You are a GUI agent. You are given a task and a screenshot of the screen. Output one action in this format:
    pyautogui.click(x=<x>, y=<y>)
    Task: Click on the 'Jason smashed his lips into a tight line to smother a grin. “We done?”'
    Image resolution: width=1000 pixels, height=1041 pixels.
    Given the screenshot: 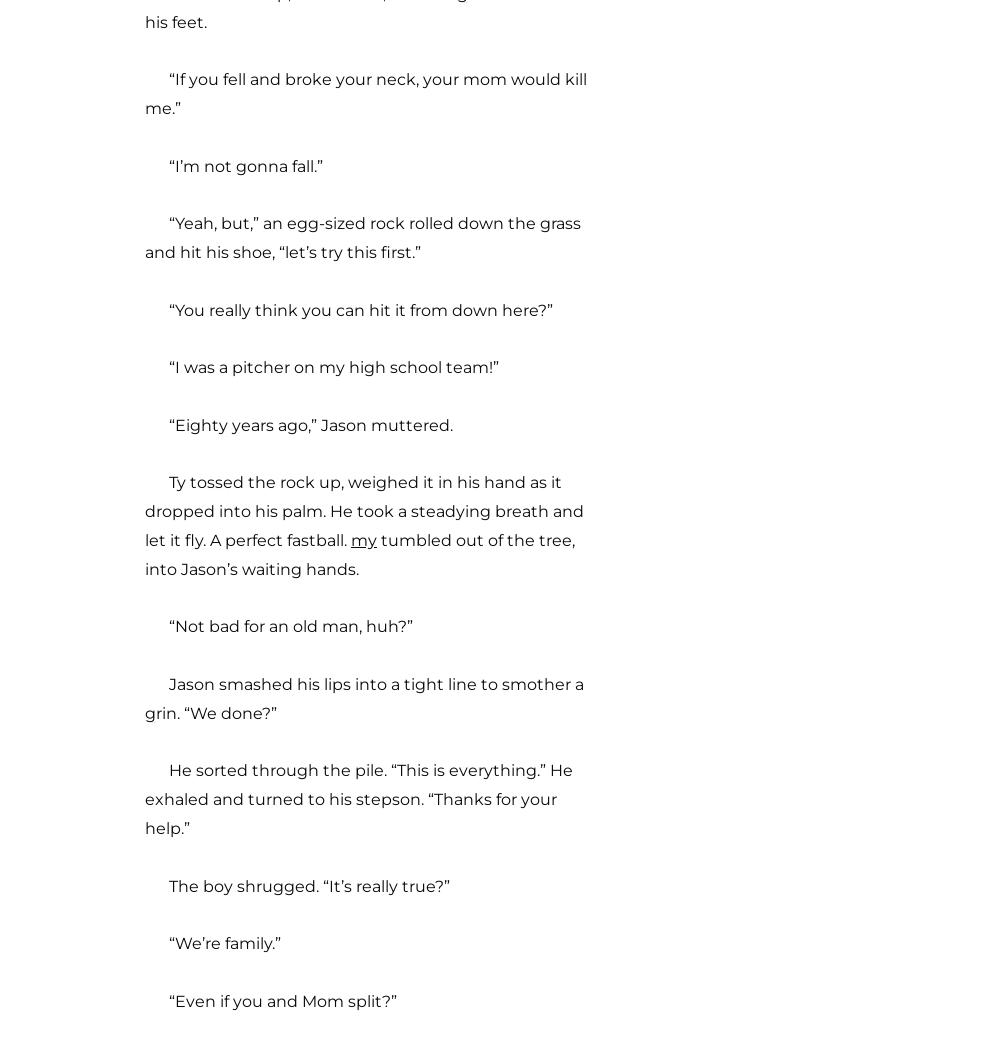 What is the action you would take?
    pyautogui.click(x=363, y=696)
    